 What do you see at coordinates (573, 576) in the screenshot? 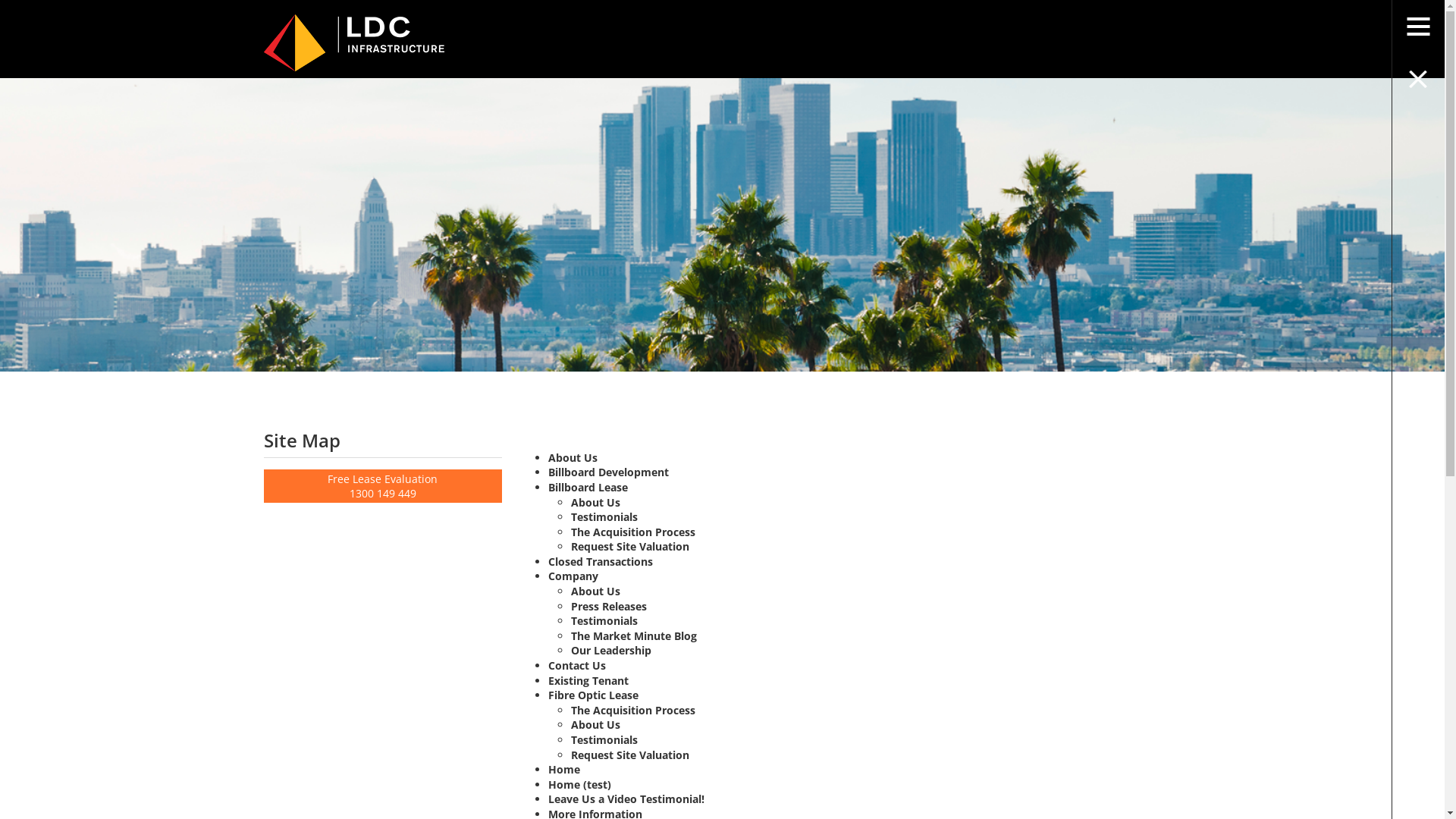
I see `'Company'` at bounding box center [573, 576].